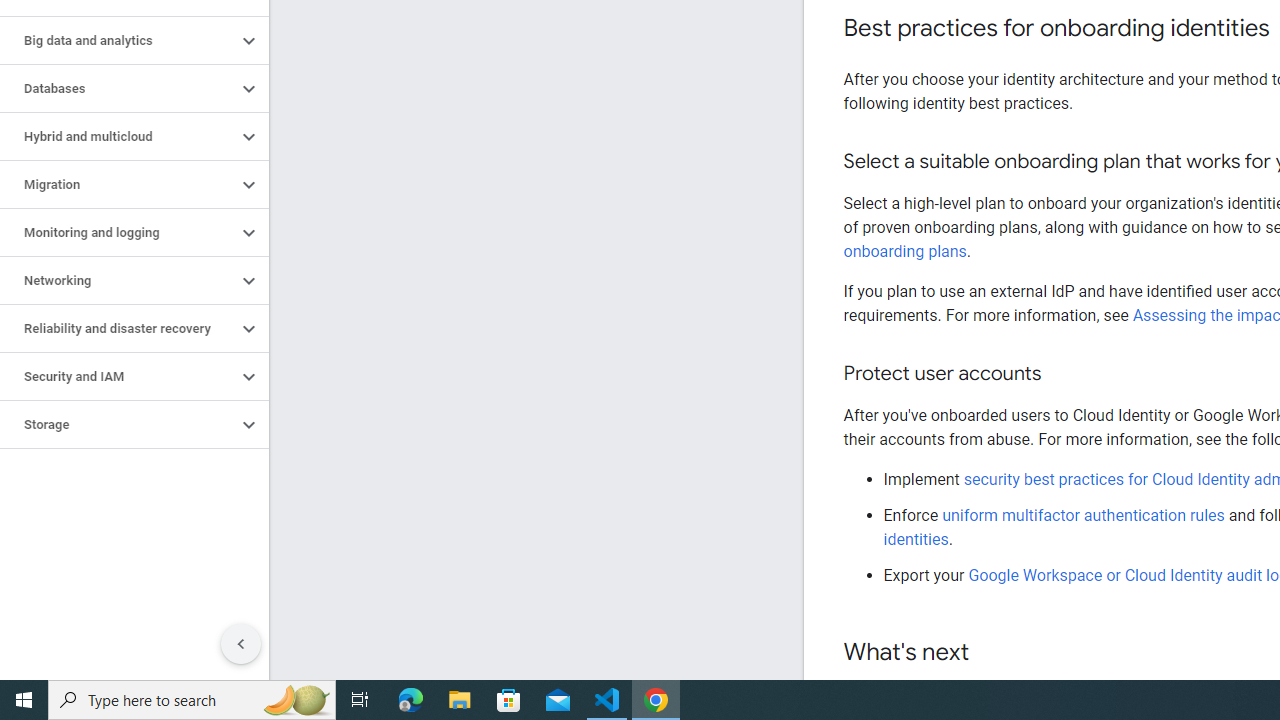 This screenshot has height=720, width=1280. I want to click on 'Security and IAM', so click(117, 376).